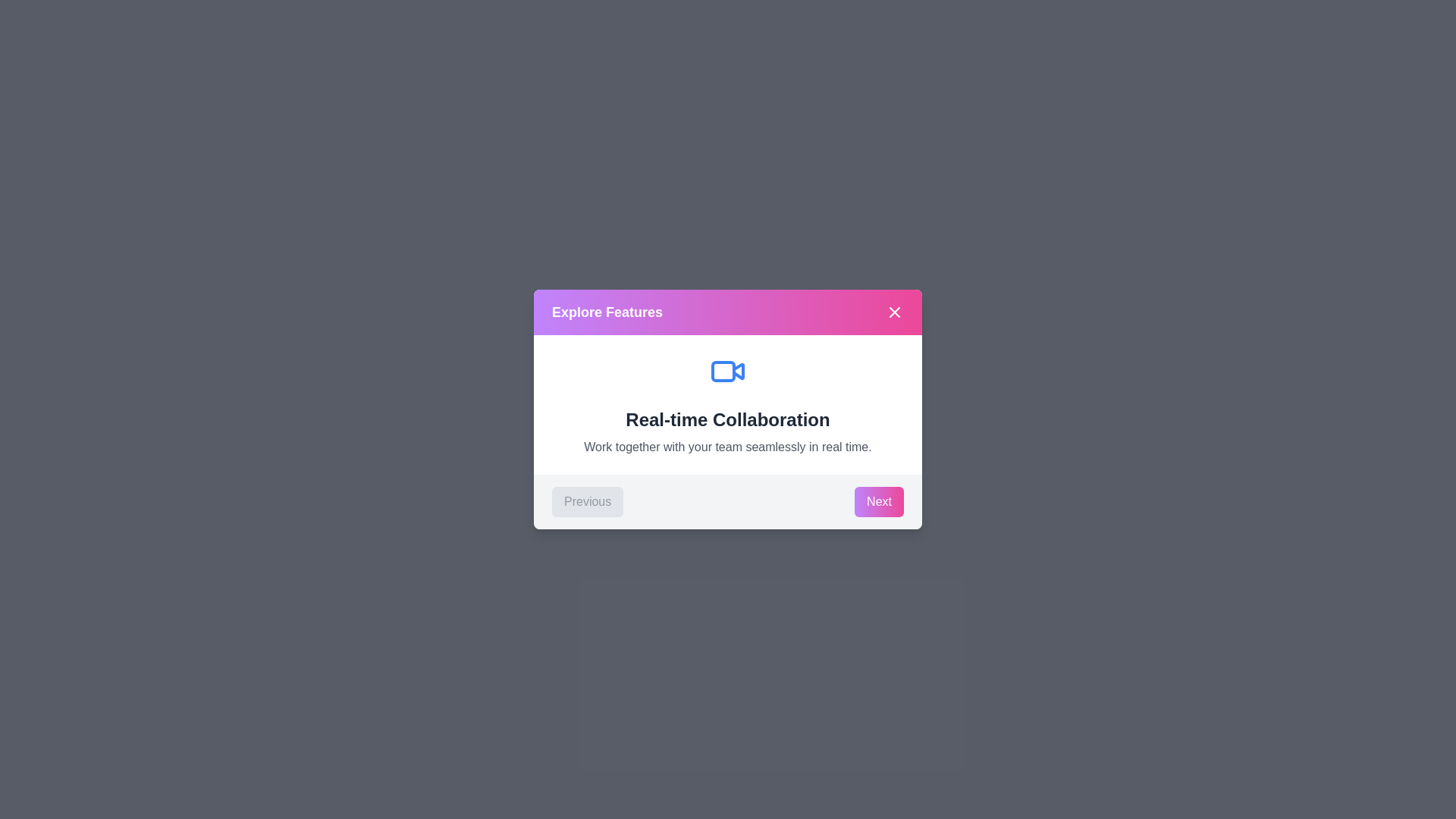  Describe the element at coordinates (895, 312) in the screenshot. I see `the decorative cross icon at the top-right of the dialog` at that location.